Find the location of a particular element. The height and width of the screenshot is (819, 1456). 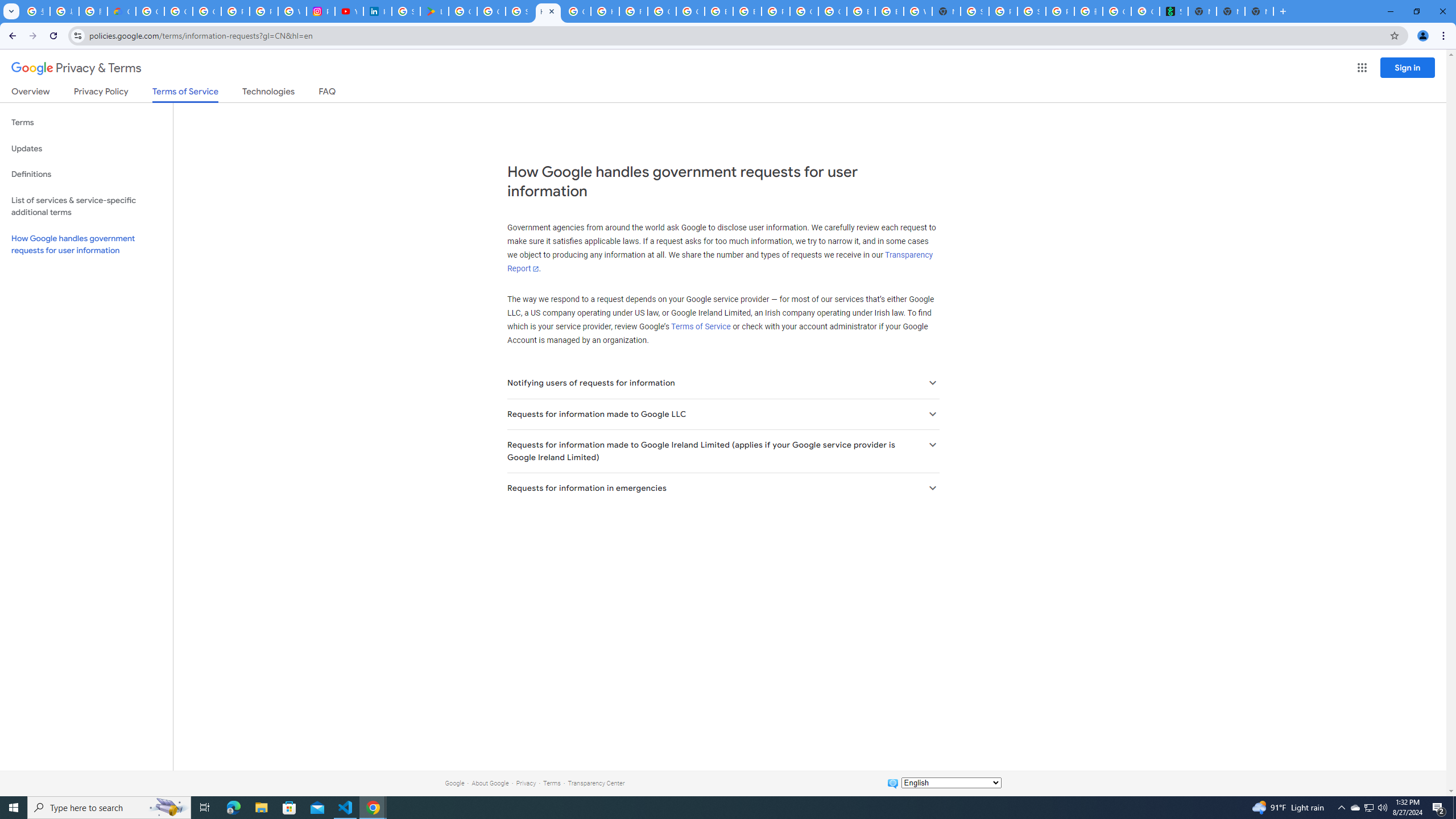

'Transparency Report' is located at coordinates (719, 262).